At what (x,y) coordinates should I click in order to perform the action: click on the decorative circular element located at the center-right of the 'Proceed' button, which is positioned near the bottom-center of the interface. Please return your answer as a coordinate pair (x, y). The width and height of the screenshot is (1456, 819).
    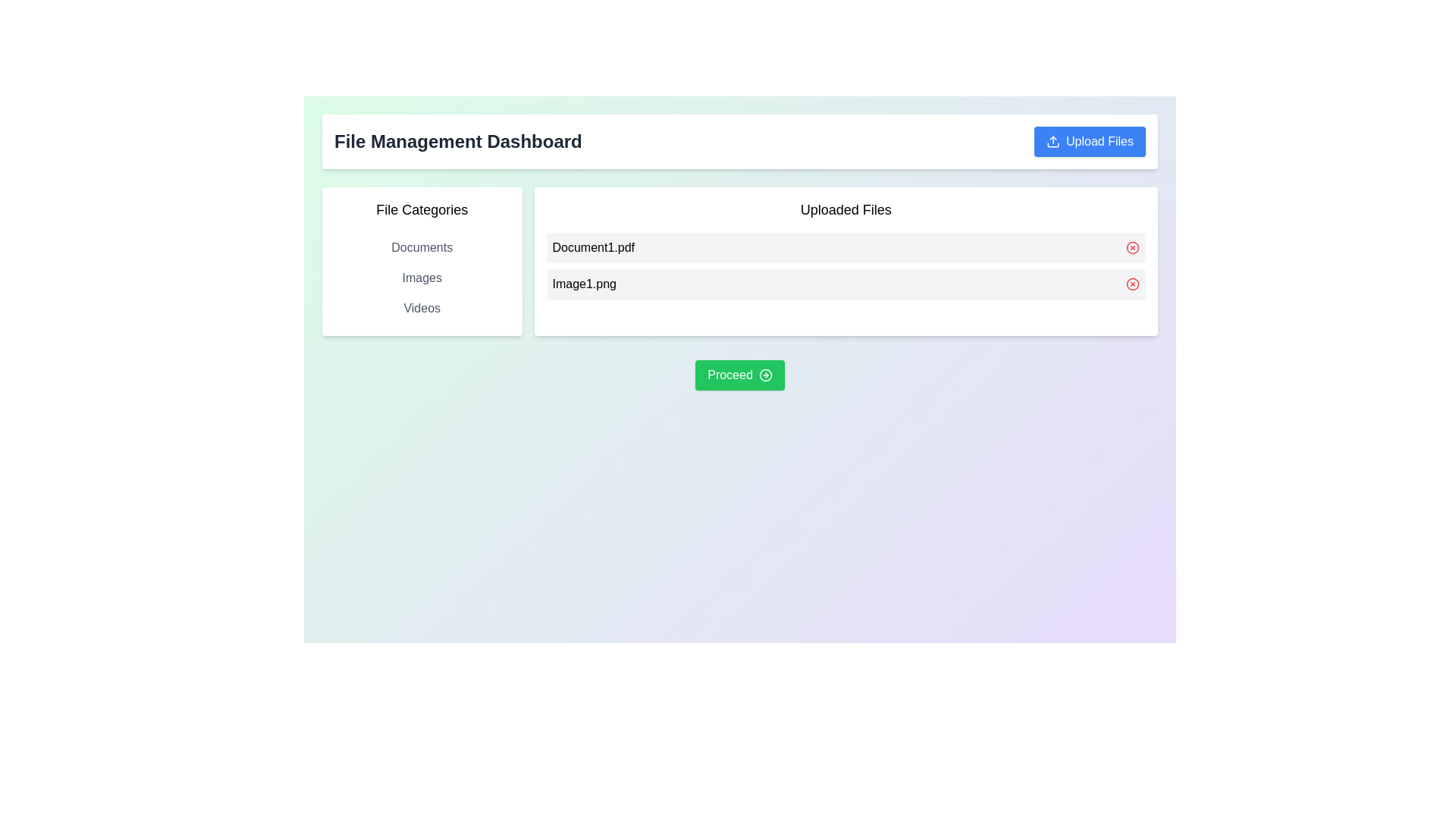
    Looking at the image, I should click on (765, 375).